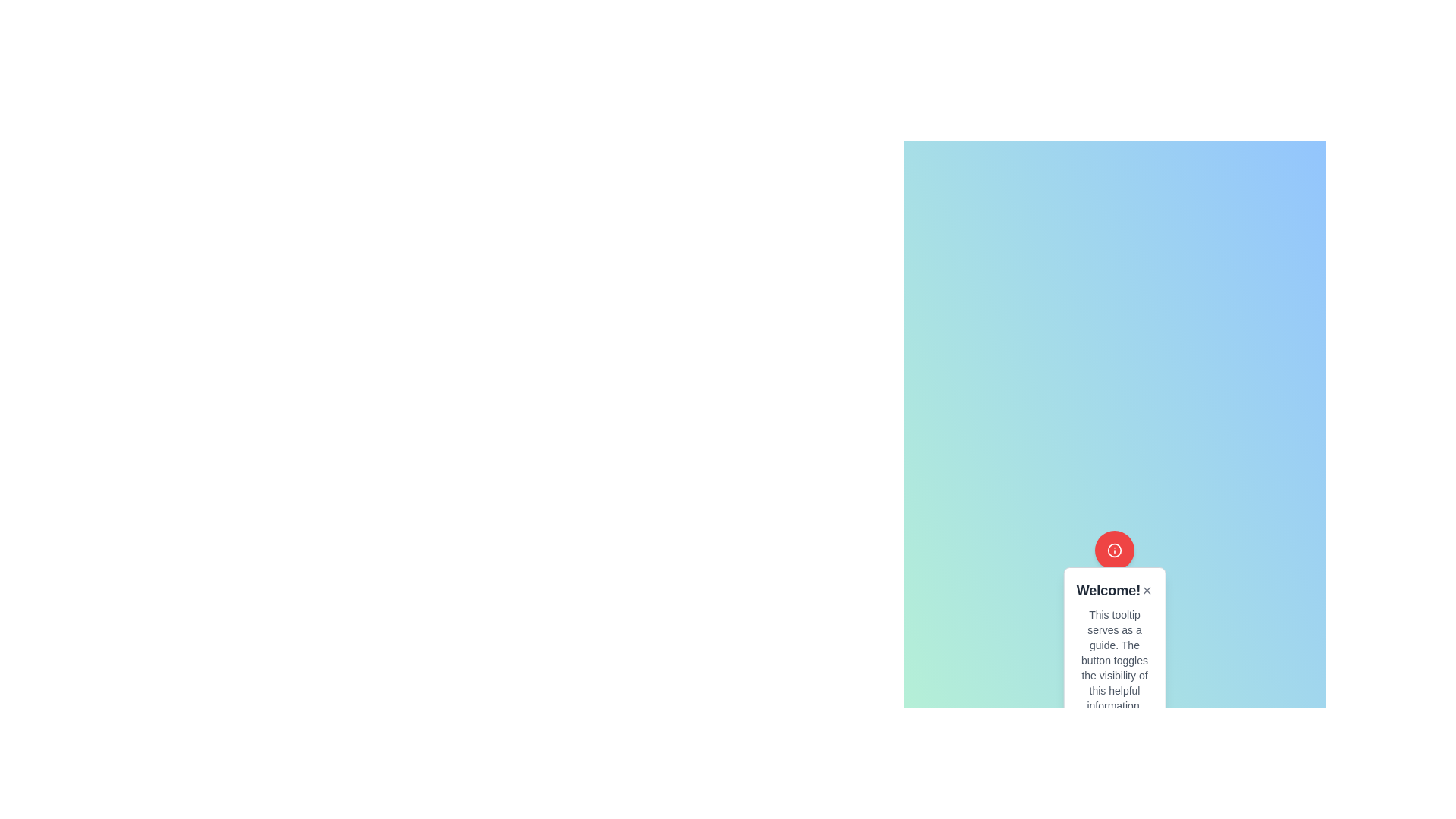  I want to click on the 'Welcome!' text component at the top of the tooltip, which serves as a header or title for the tooltip and is aligned horizontally with an interactive close button on its right, so click(1114, 593).